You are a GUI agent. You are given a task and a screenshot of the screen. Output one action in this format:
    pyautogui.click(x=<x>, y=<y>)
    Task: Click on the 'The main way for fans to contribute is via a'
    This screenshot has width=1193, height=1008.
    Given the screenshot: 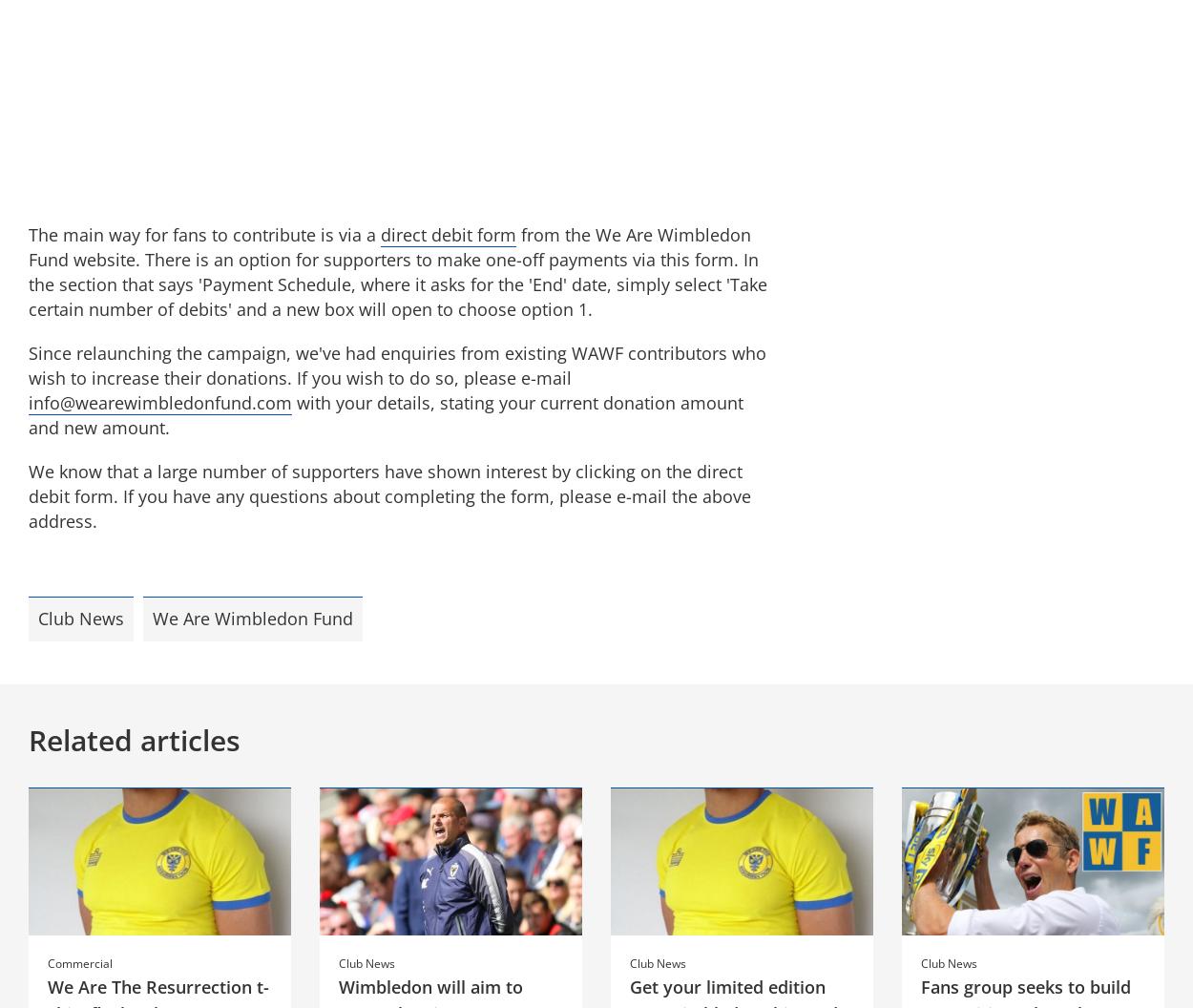 What is the action you would take?
    pyautogui.click(x=203, y=232)
    